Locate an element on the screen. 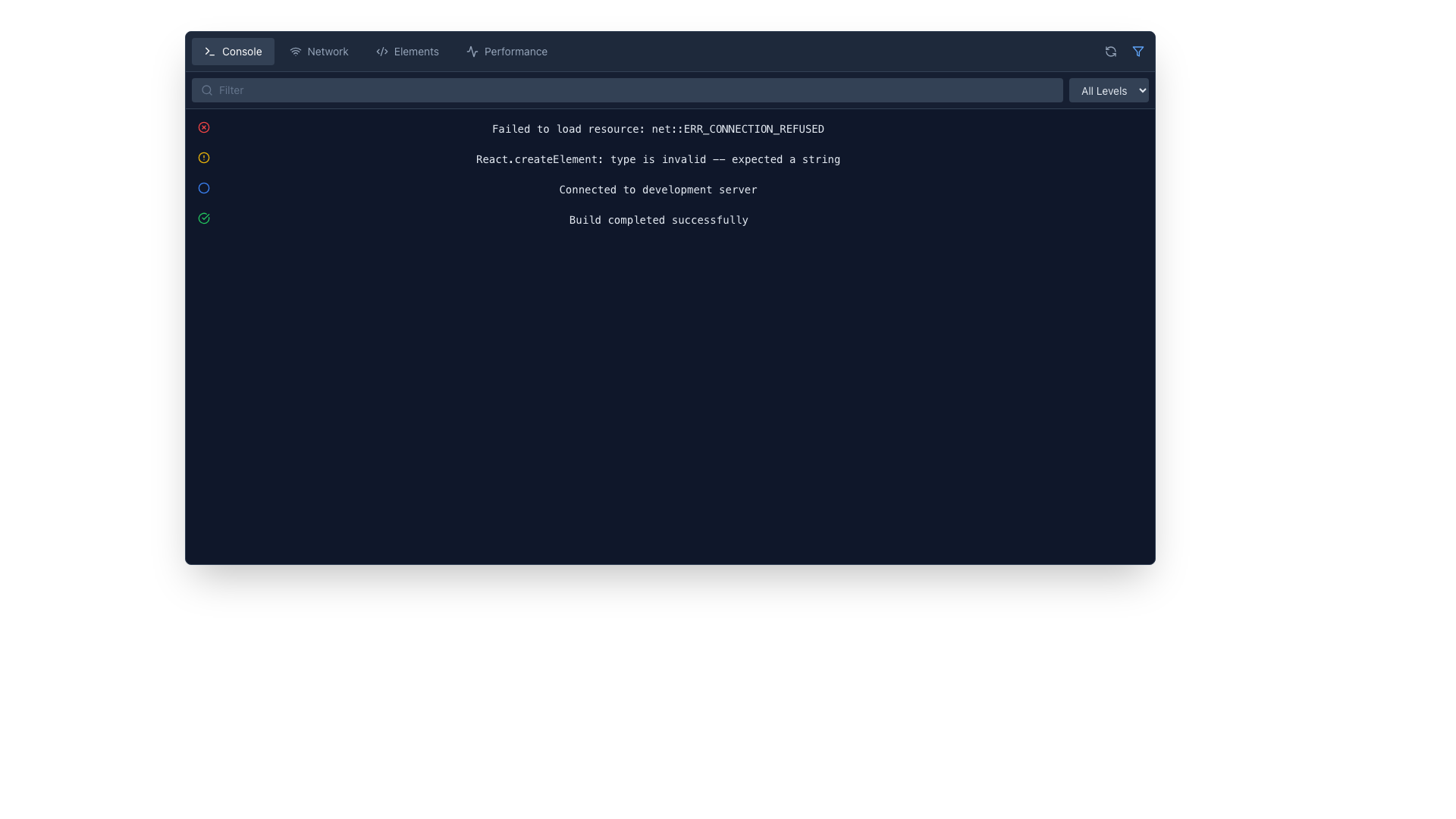 The image size is (1456, 819). warning message content from the Notification item in the log list, which indicates an issue encountered during runtime related to React.createElement is located at coordinates (669, 158).